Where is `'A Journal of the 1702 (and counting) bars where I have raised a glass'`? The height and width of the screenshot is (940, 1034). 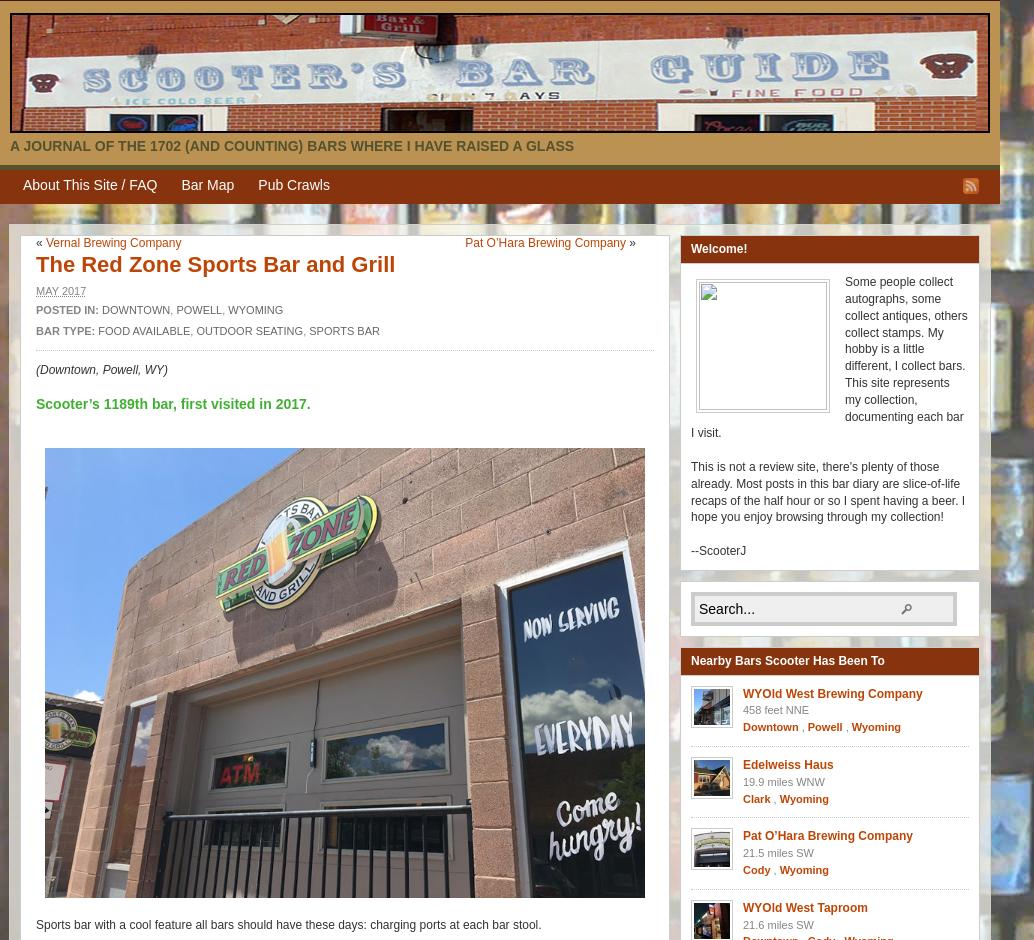
'A Journal of the 1702 (and counting) bars where I have raised a glass' is located at coordinates (291, 144).